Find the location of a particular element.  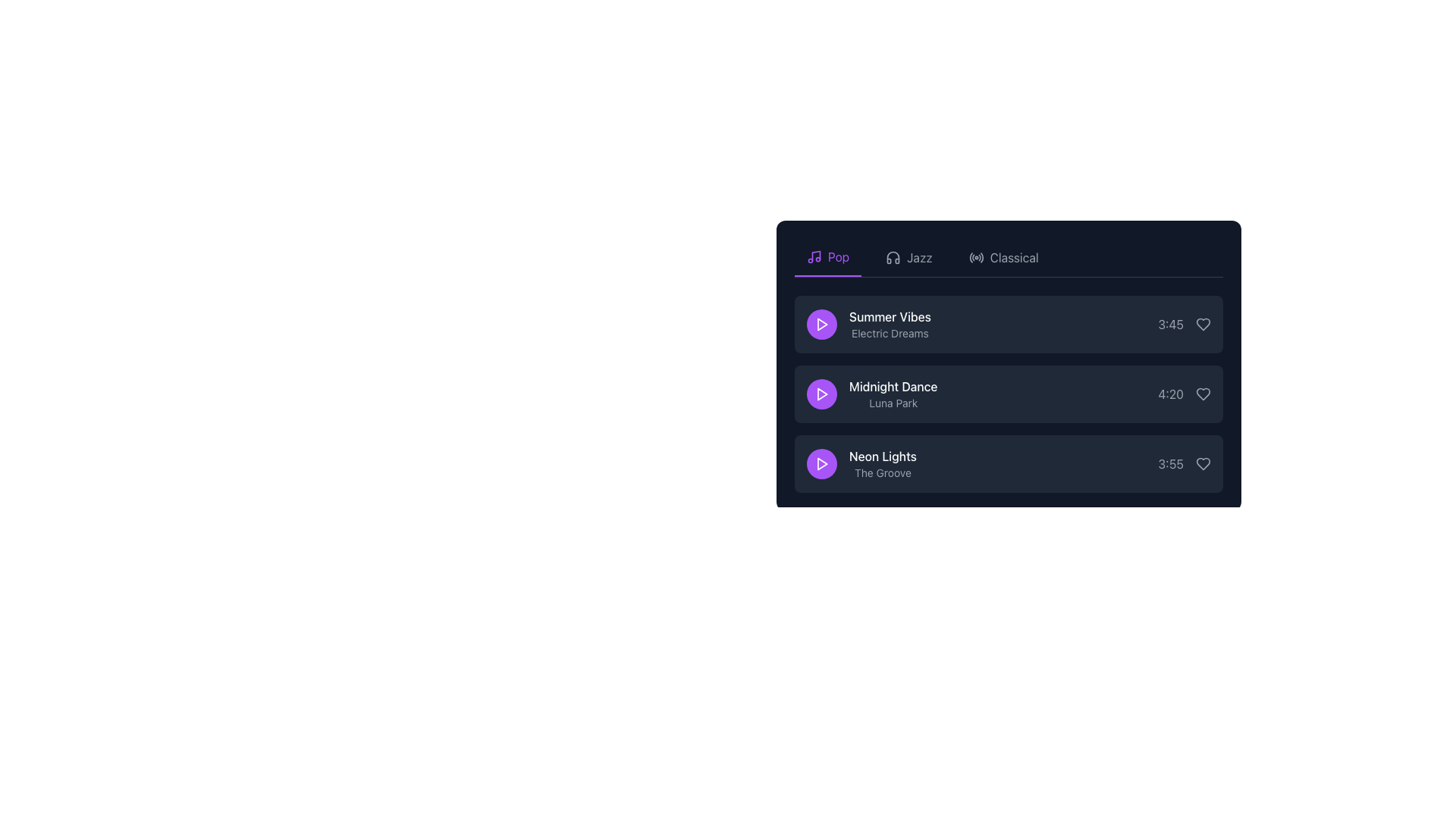

the hollow heart icon is located at coordinates (1203, 463).